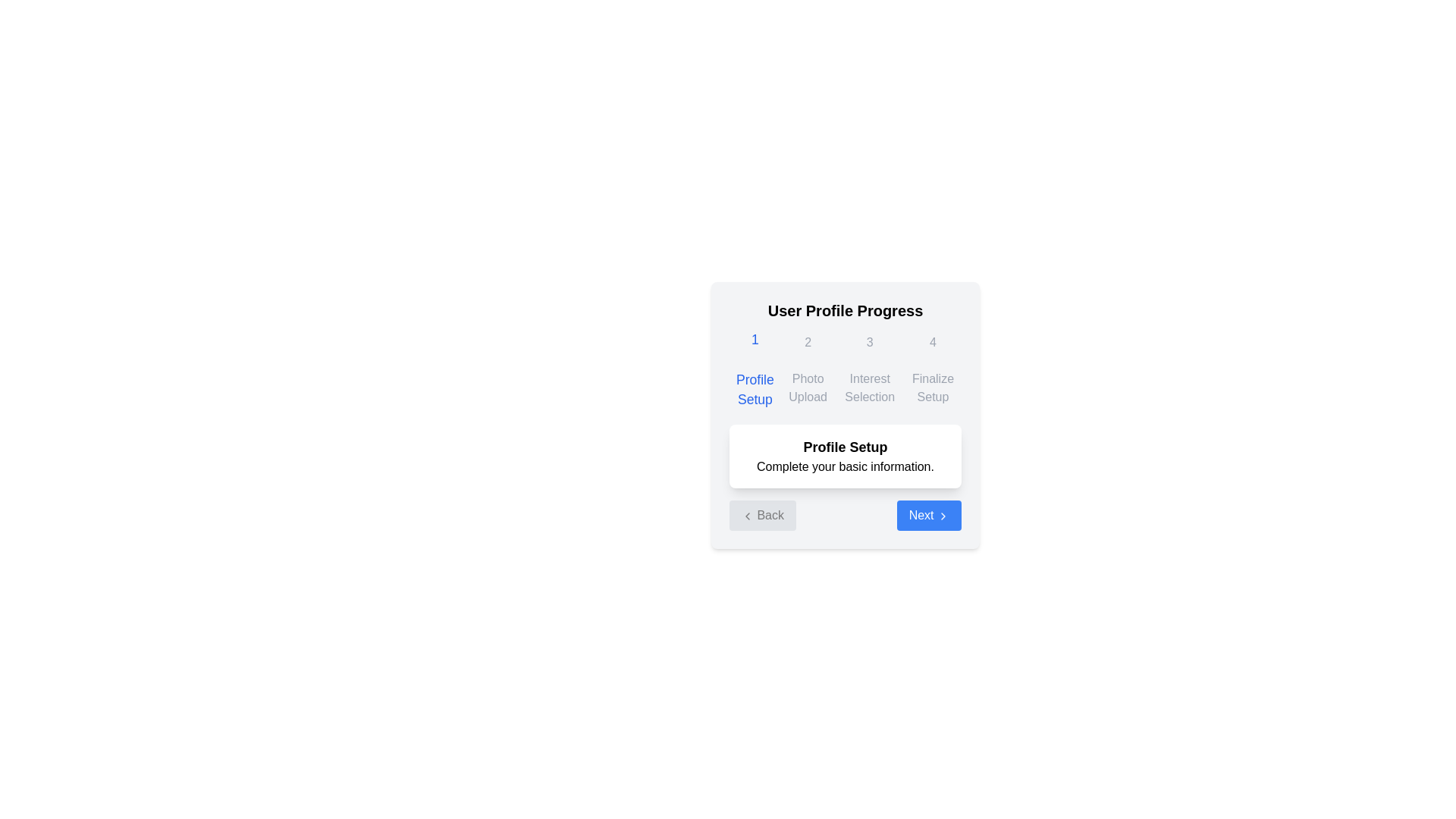  I want to click on the static text label indicating 'Interest Selection' in the third step of the multi-step process, located in the third column of the progress indicator, so click(870, 388).